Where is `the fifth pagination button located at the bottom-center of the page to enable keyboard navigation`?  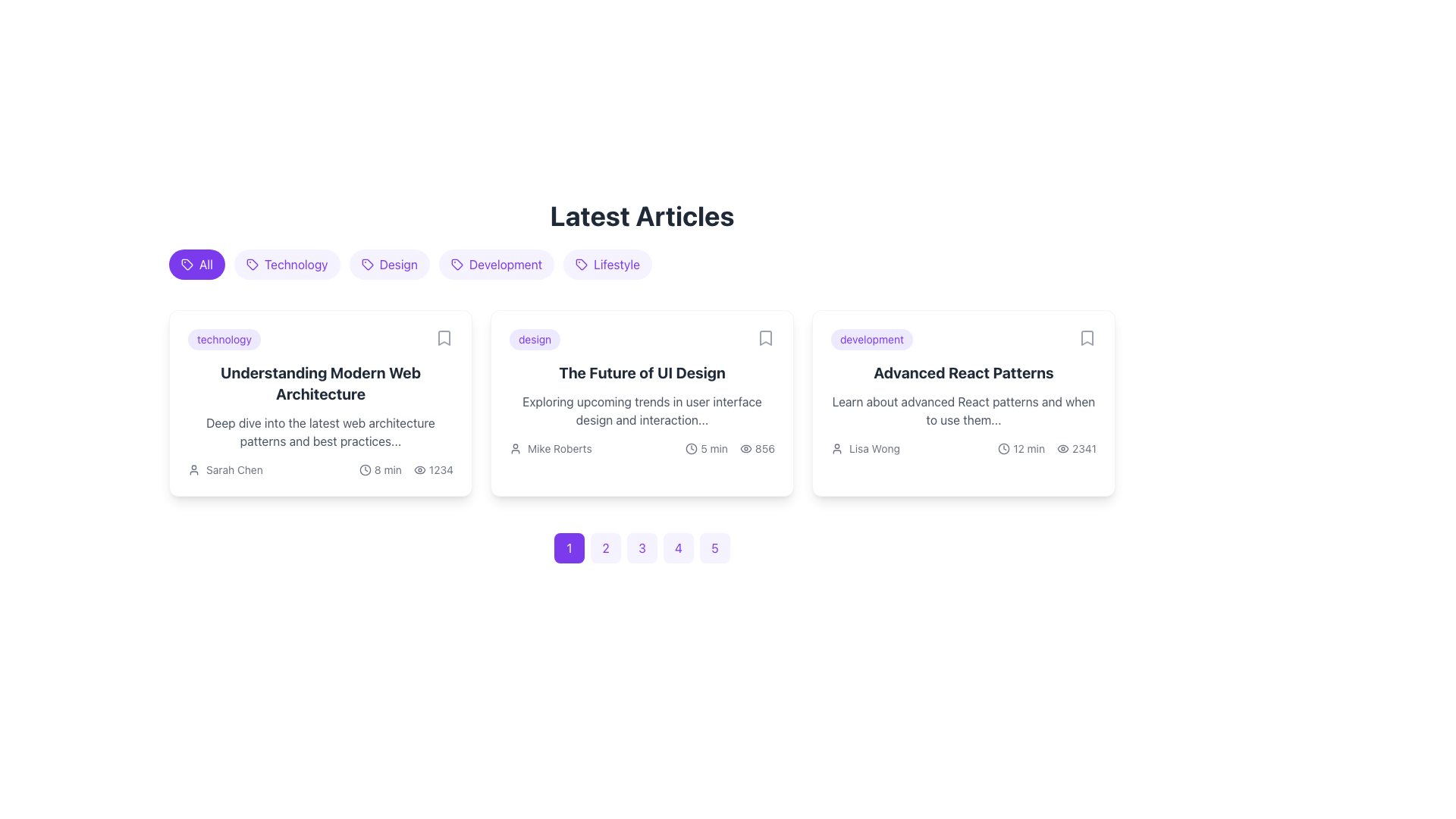
the fifth pagination button located at the bottom-center of the page to enable keyboard navigation is located at coordinates (714, 548).